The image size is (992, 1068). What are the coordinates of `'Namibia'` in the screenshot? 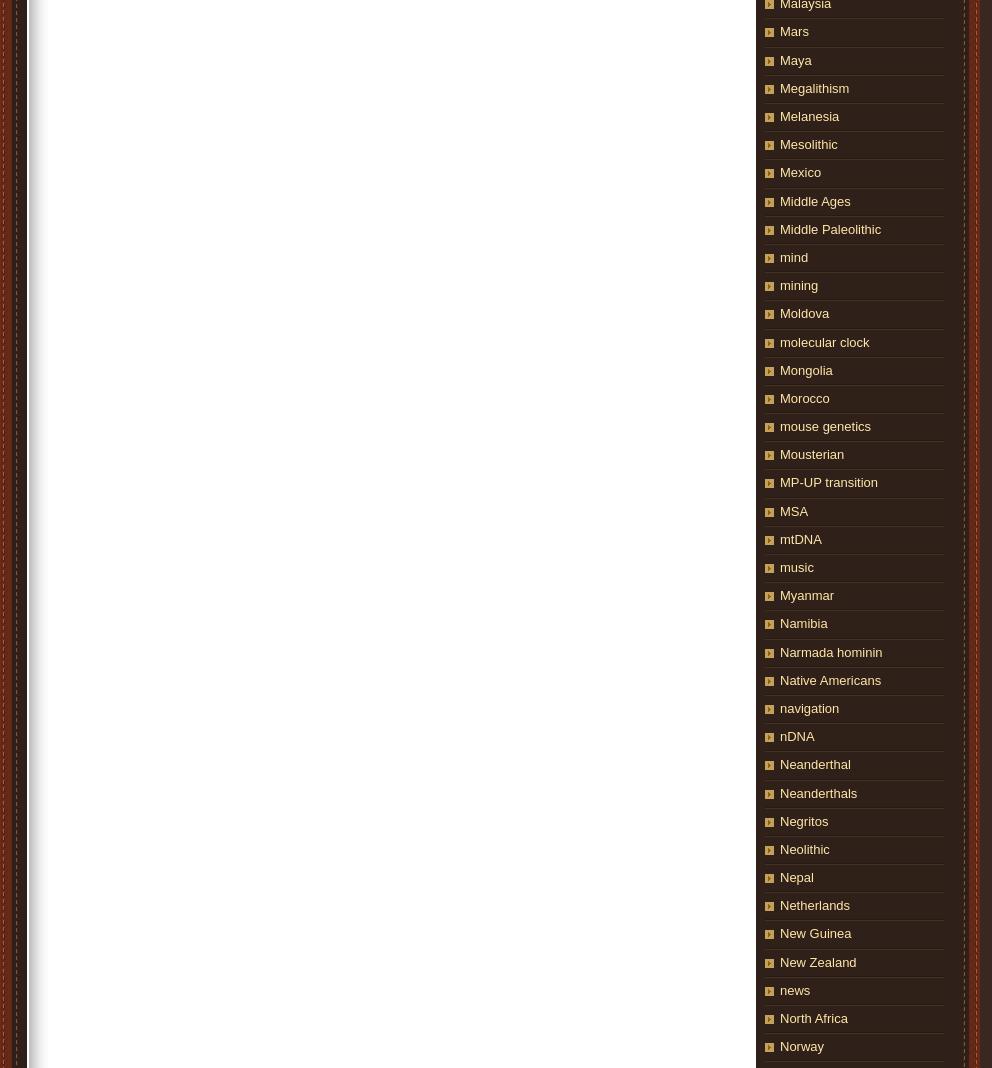 It's located at (803, 622).